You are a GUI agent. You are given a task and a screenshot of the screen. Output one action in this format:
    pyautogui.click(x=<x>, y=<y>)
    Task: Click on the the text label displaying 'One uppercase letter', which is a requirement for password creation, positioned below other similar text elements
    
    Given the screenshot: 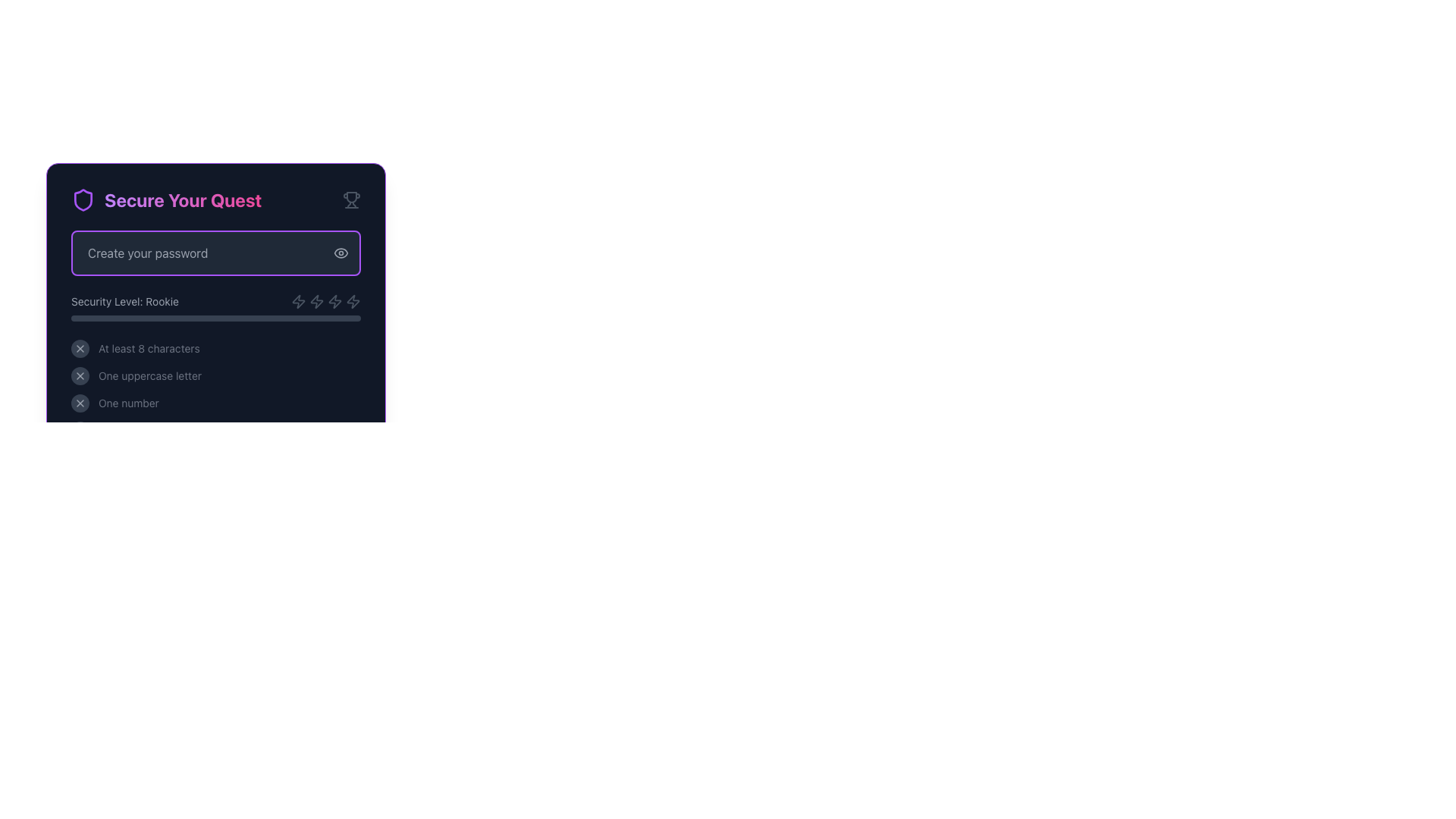 What is the action you would take?
    pyautogui.click(x=149, y=375)
    